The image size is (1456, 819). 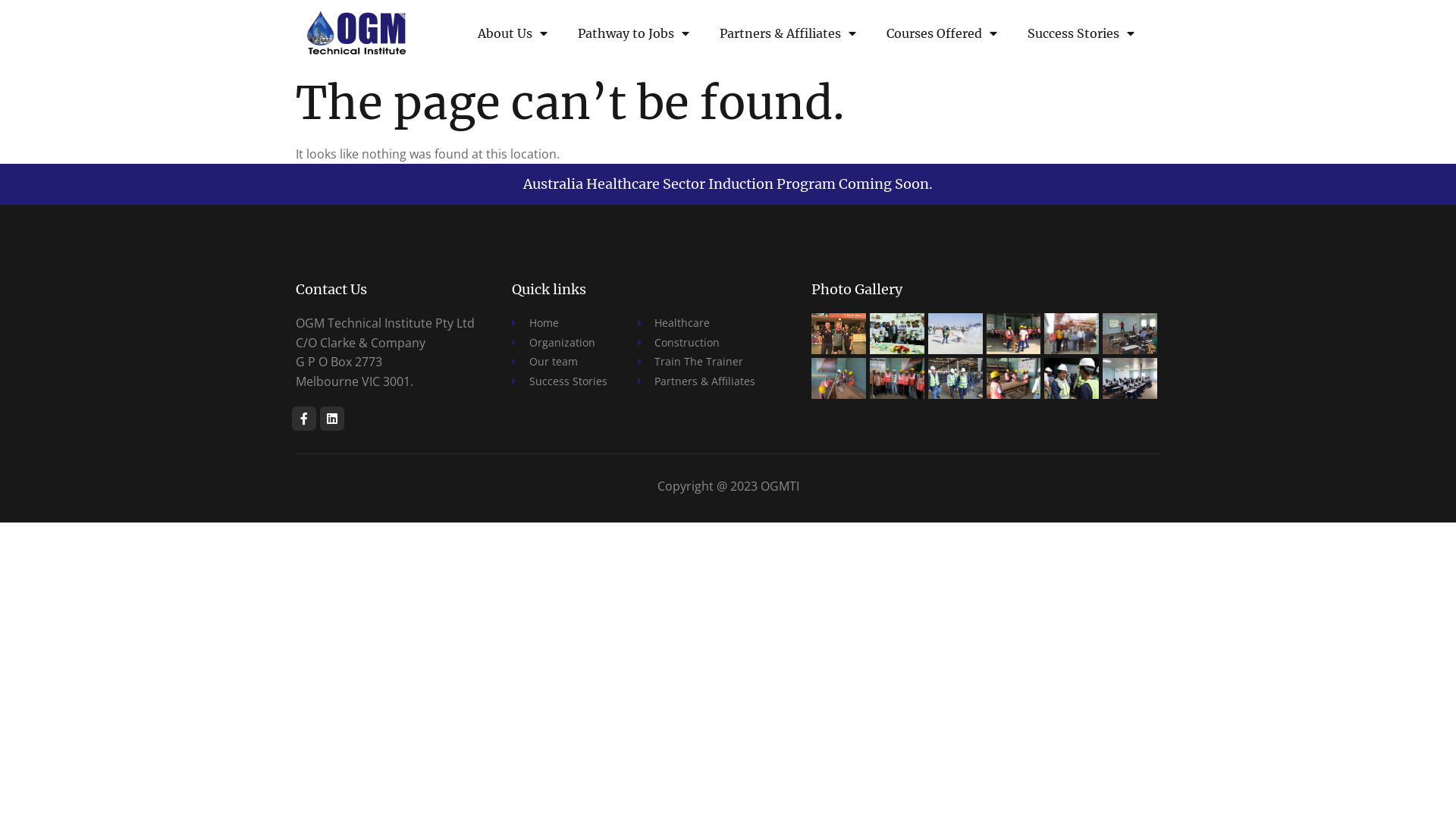 What do you see at coordinates (559, 342) in the screenshot?
I see `'Organization'` at bounding box center [559, 342].